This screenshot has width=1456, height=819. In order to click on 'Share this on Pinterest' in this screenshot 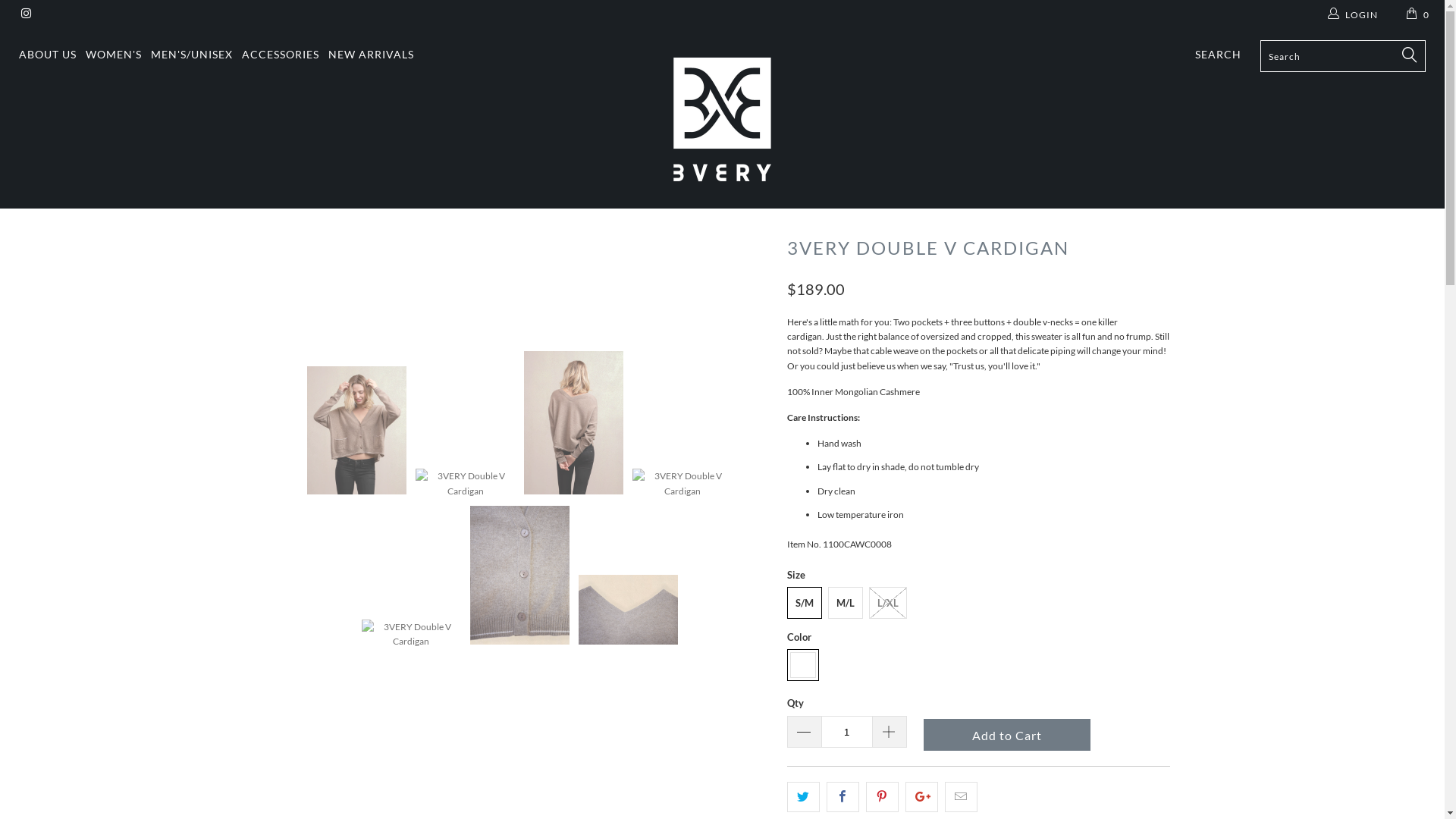, I will do `click(882, 795)`.